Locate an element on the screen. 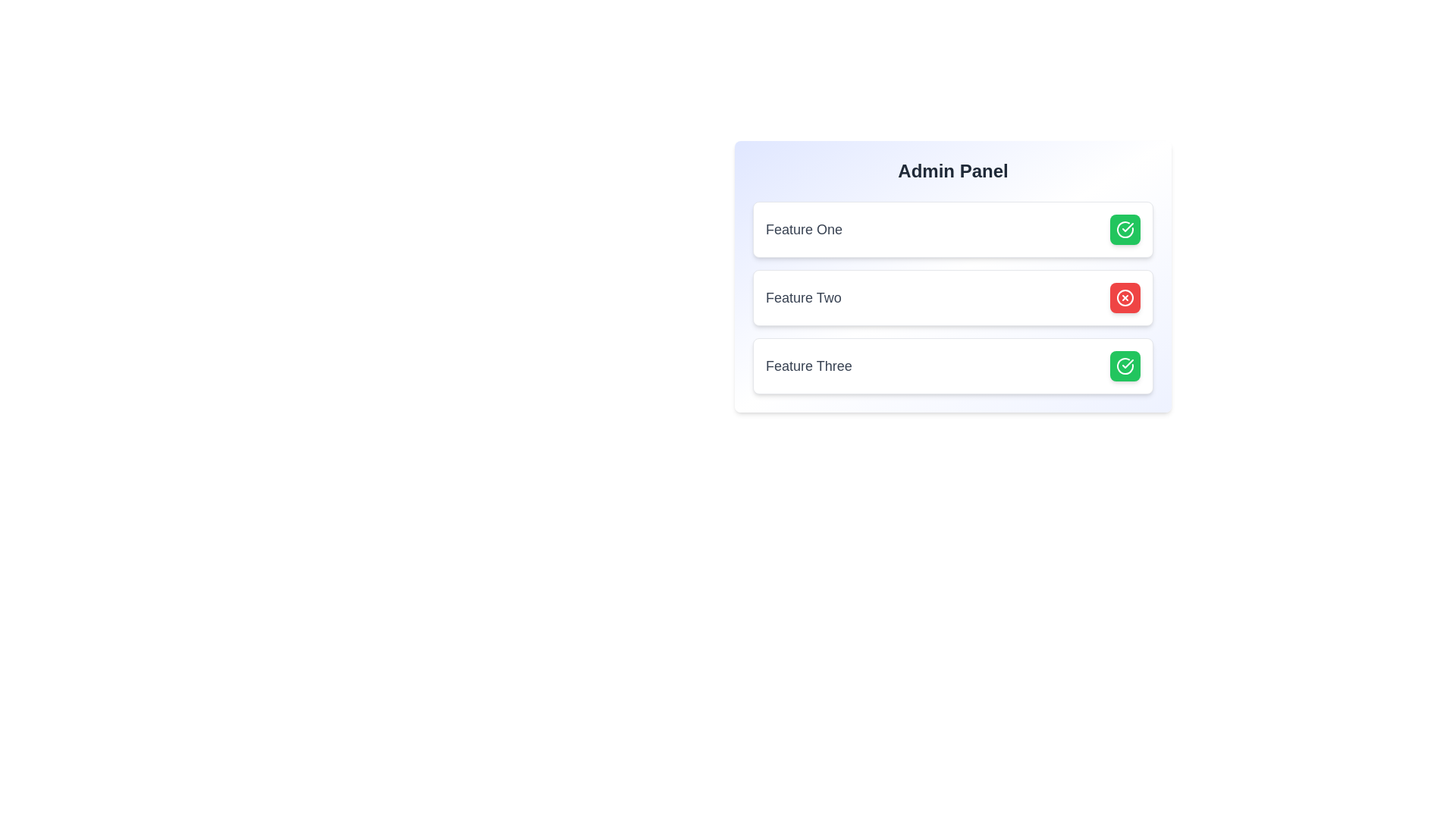 The height and width of the screenshot is (819, 1456). the icon for Feature One is located at coordinates (1125, 230).